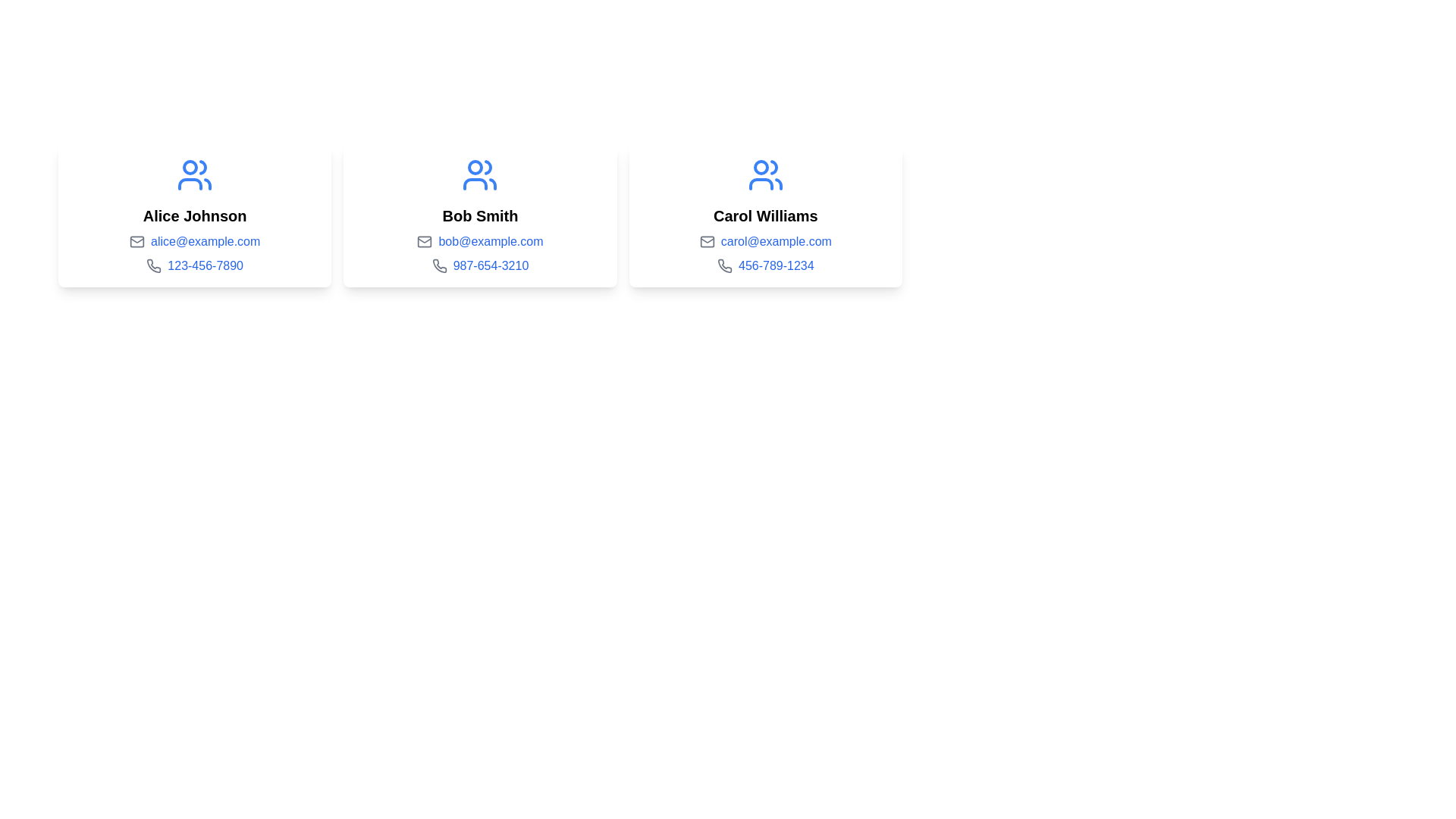 Image resolution: width=1456 pixels, height=819 pixels. I want to click on the email icon that resembles an envelope, located beneath 'Alice Johnson' and adjacent to 'alice@example.com', so click(137, 241).